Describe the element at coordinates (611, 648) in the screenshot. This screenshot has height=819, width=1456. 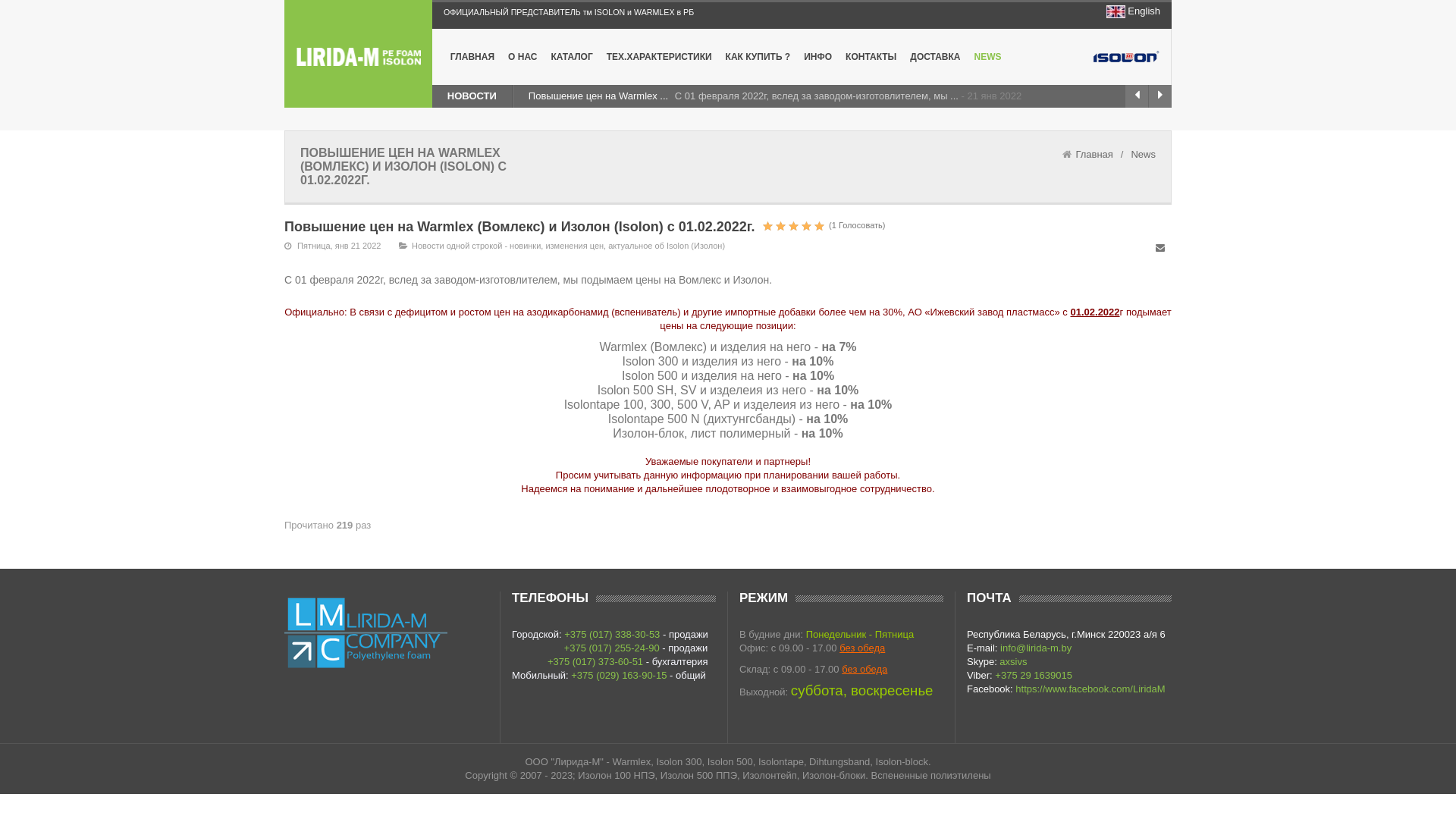
I see `'+375 (017) 255-24-90'` at that location.